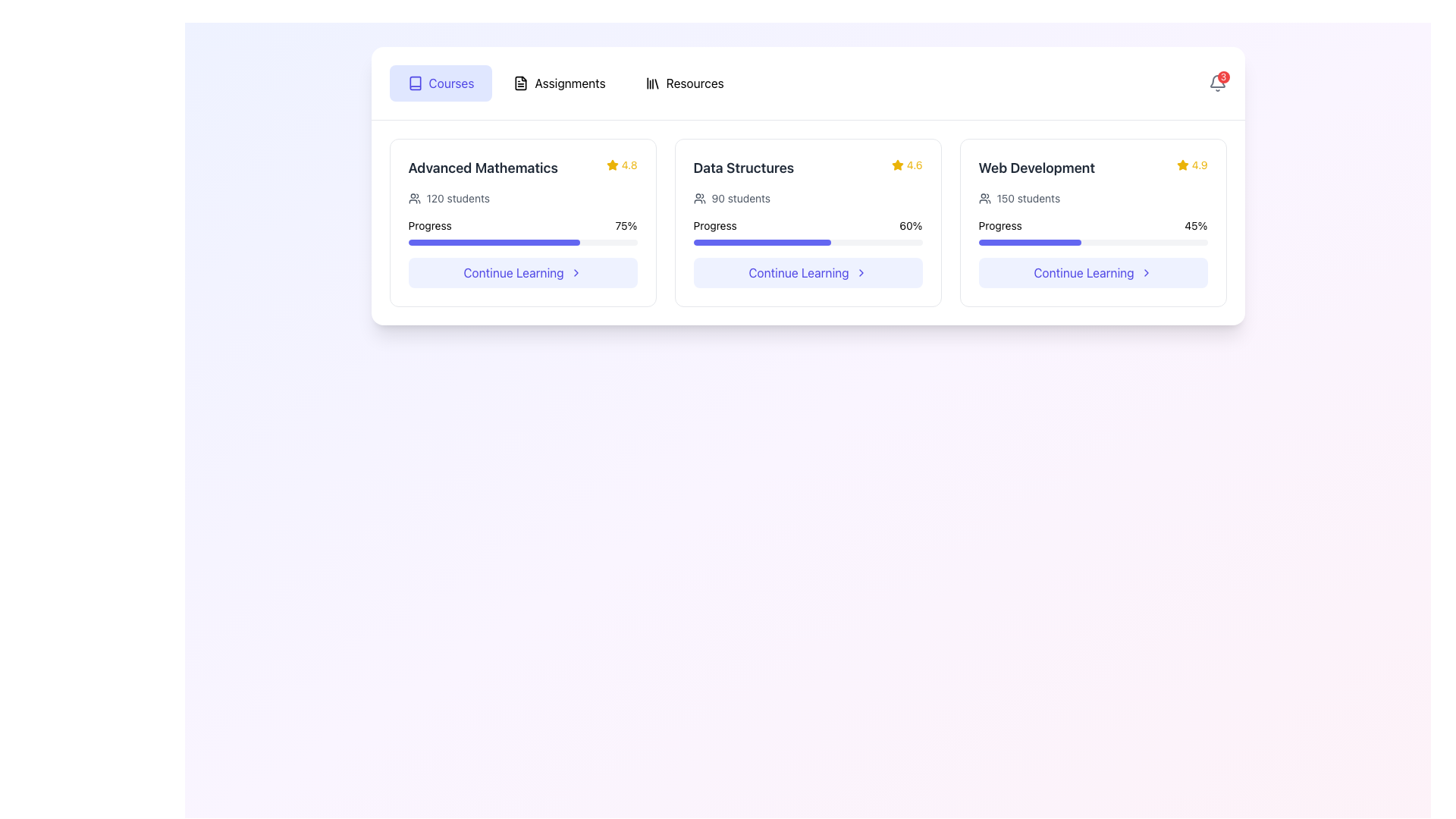 Image resolution: width=1456 pixels, height=819 pixels. Describe the element at coordinates (897, 165) in the screenshot. I see `the star icon representing a rating system, located in the top-right corner of the 'Data Structures' card, adjacent to the text '4.6'` at that location.